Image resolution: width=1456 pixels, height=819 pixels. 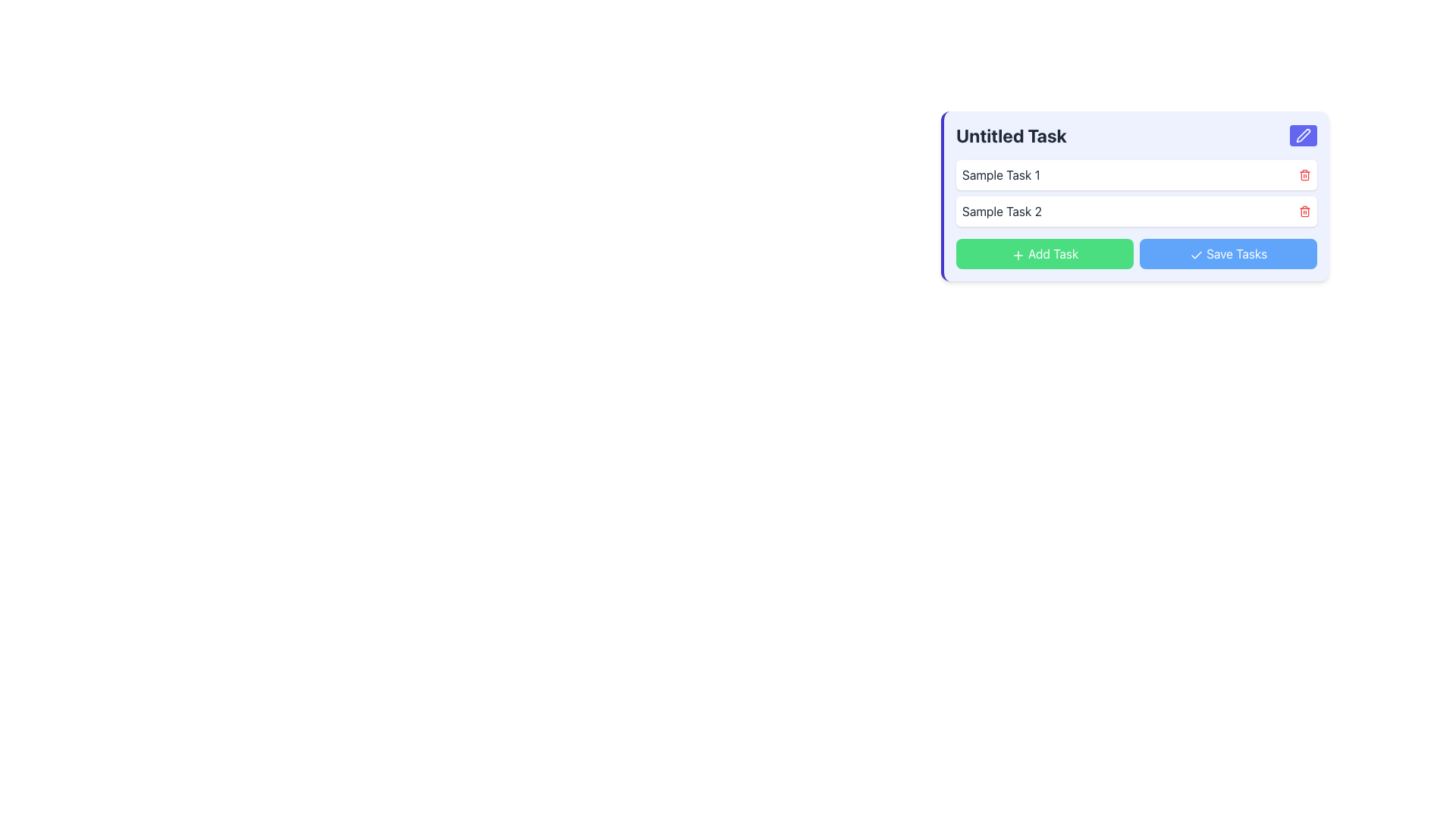 What do you see at coordinates (1302, 134) in the screenshot?
I see `the small pen icon inside the blue button located at the top-right corner of the 'Untitled Task' card` at bounding box center [1302, 134].